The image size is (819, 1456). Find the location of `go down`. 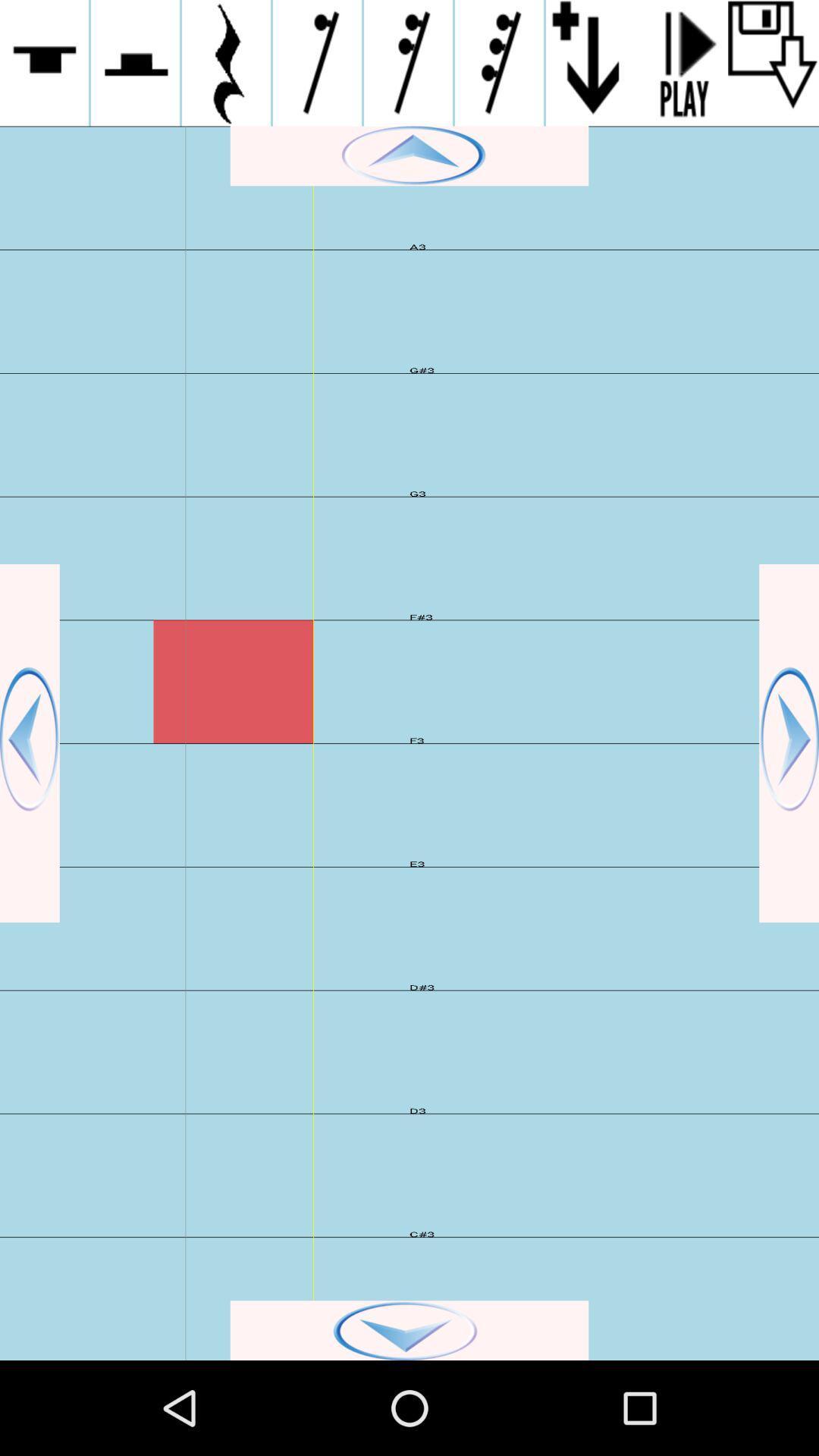

go down is located at coordinates (409, 1329).